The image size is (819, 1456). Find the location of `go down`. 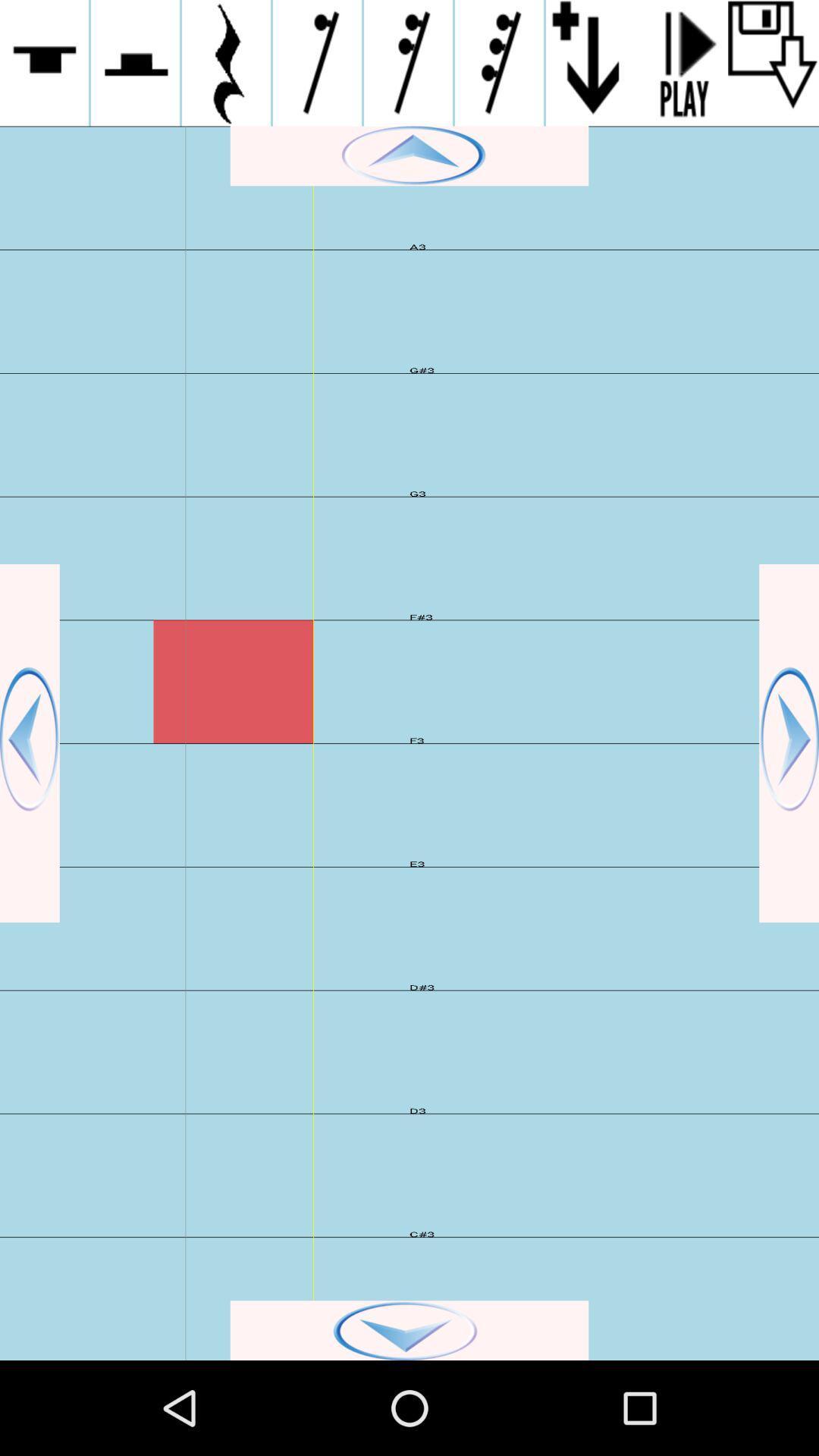

go down is located at coordinates (409, 1329).